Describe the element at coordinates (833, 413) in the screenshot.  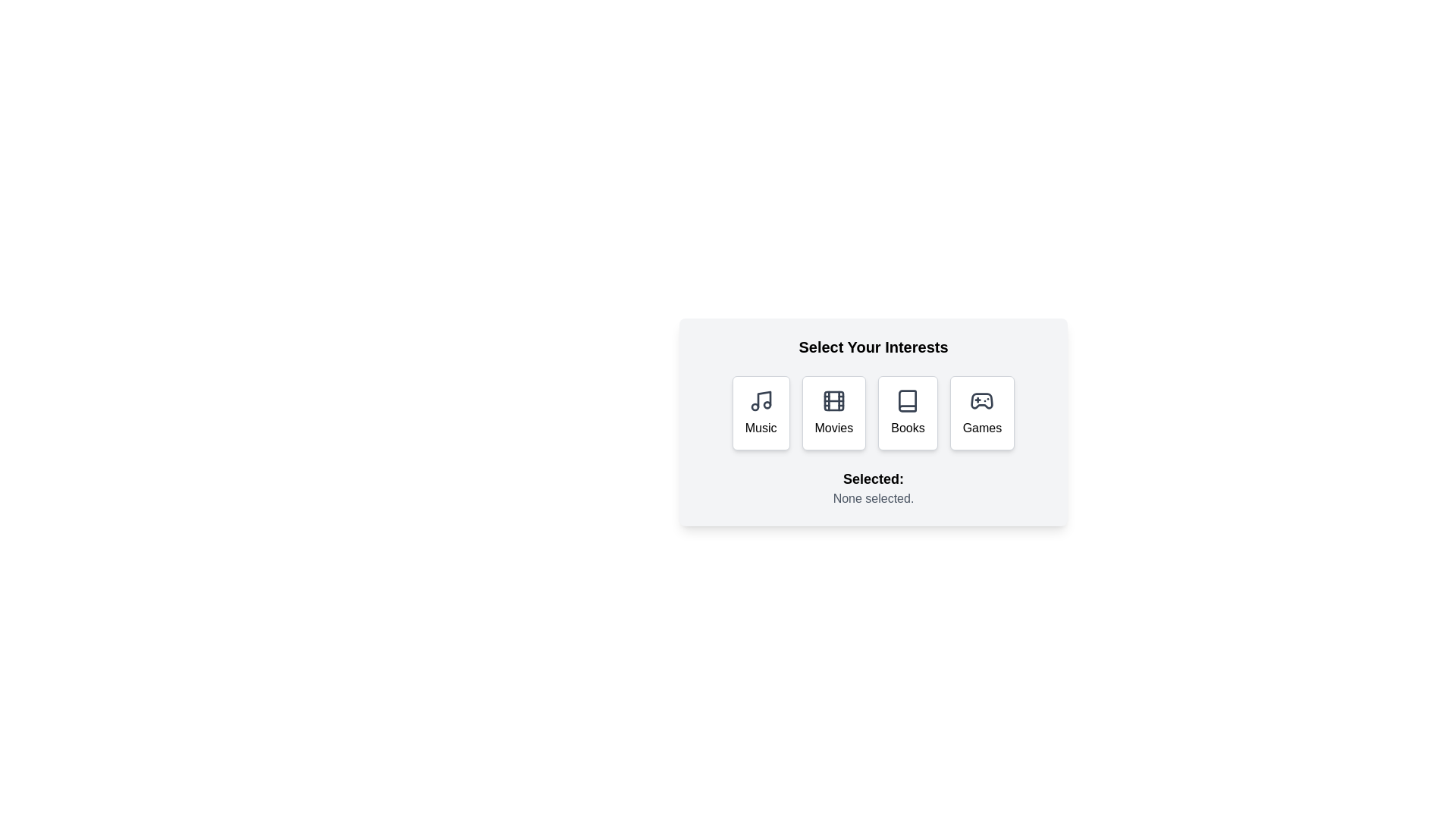
I see `the button labeled 'Movies' to observe its visual feedback` at that location.